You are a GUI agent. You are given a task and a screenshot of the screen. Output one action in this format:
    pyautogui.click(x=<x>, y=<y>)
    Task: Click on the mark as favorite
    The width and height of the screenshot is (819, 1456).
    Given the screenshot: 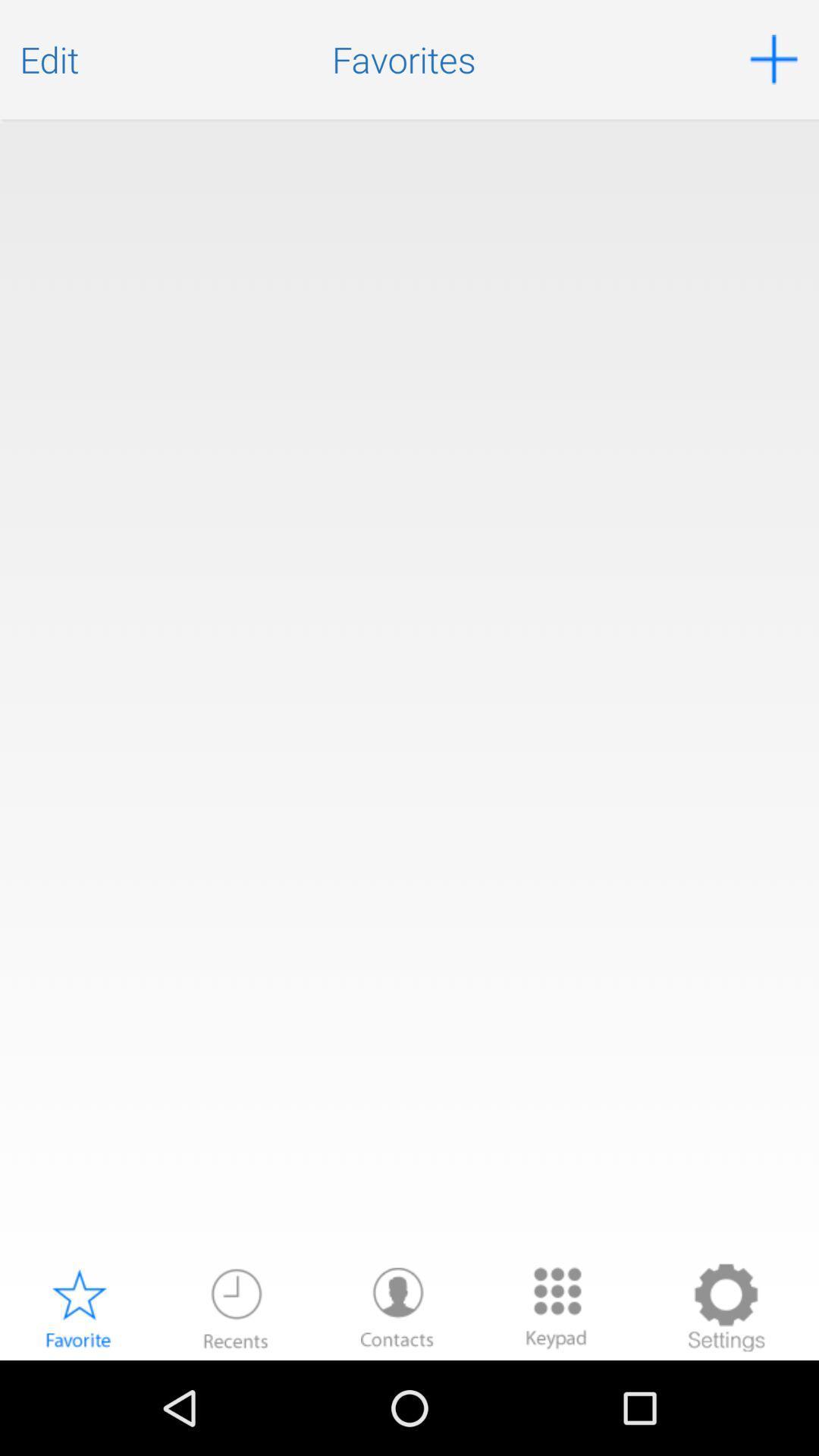 What is the action you would take?
    pyautogui.click(x=78, y=1307)
    